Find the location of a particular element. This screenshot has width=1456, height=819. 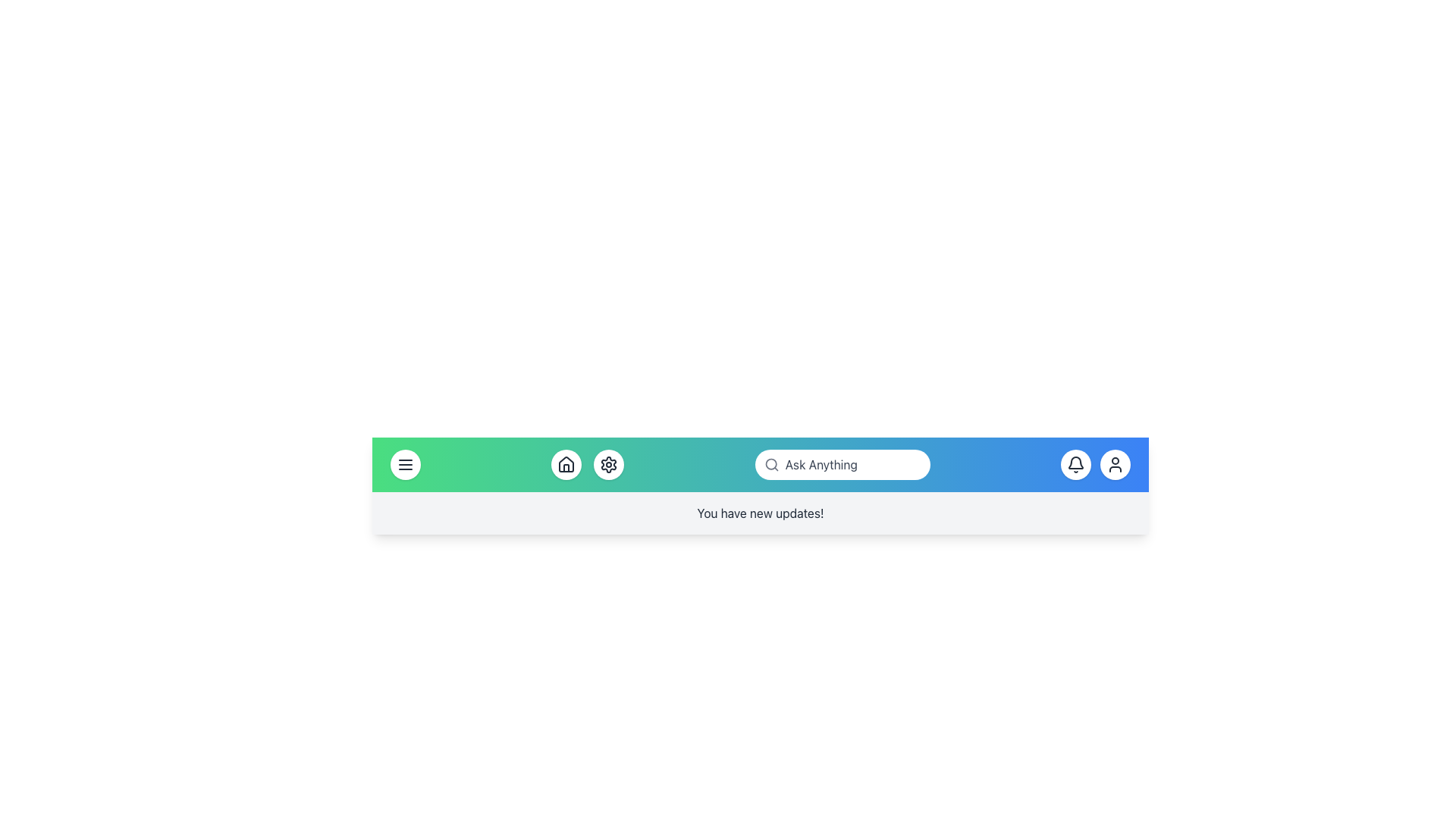

the menu toggle button located at the far left of the top navigation bar is located at coordinates (405, 464).